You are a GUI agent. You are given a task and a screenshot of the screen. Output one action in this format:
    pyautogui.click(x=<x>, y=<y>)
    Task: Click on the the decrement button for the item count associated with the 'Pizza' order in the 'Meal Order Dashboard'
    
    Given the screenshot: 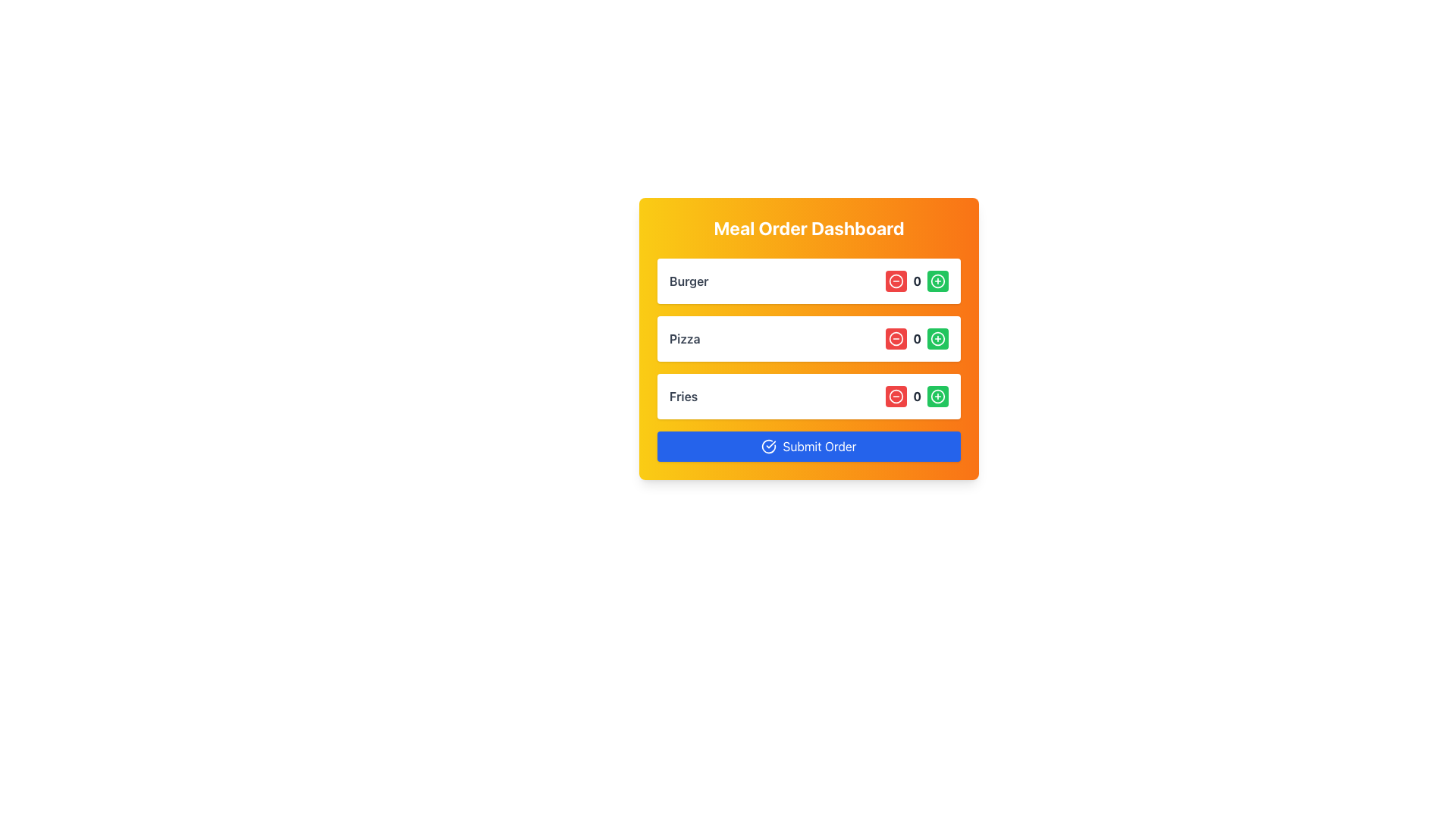 What is the action you would take?
    pyautogui.click(x=896, y=338)
    